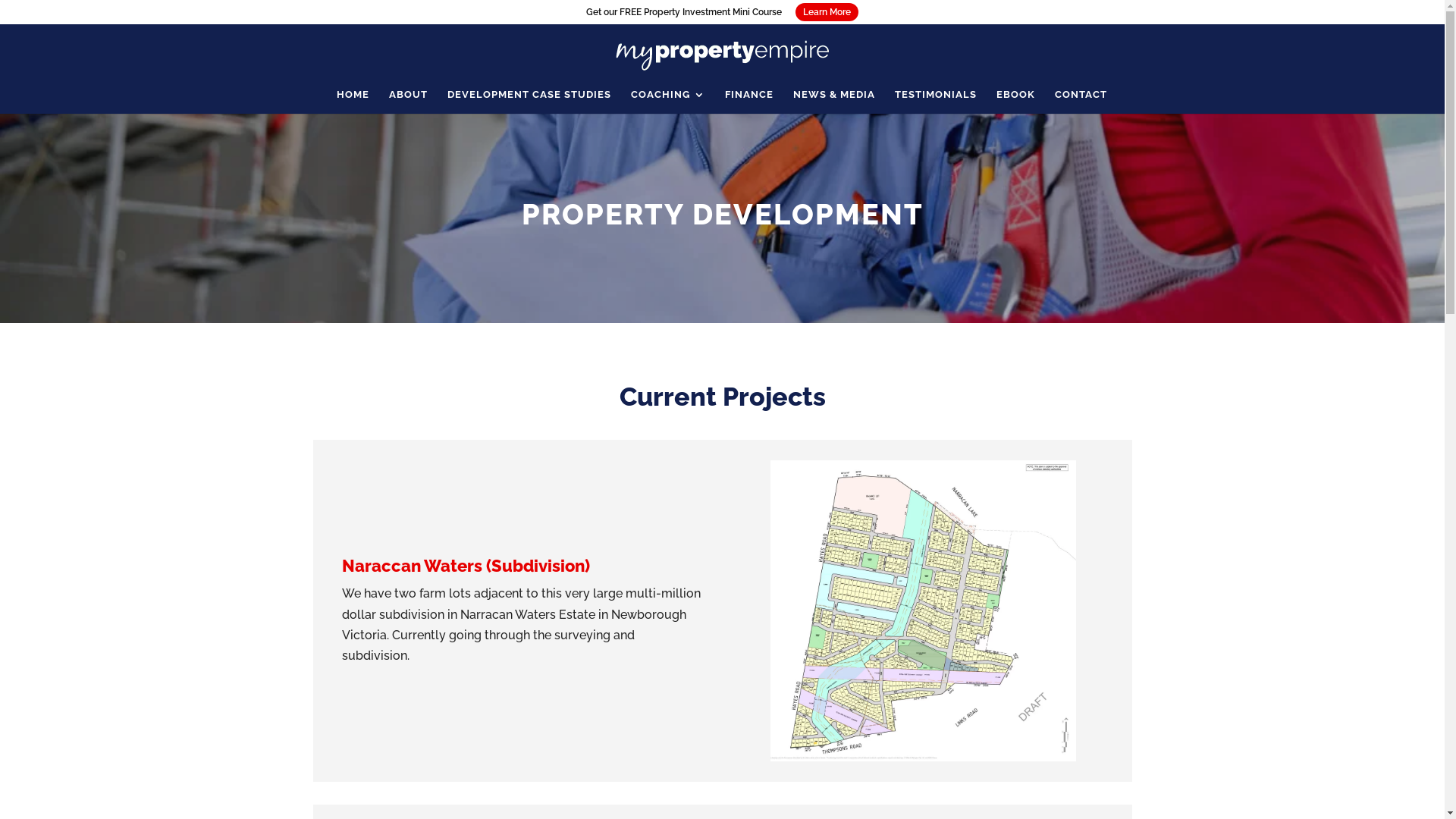 This screenshot has width=1456, height=819. I want to click on 'Learn More', so click(826, 11).